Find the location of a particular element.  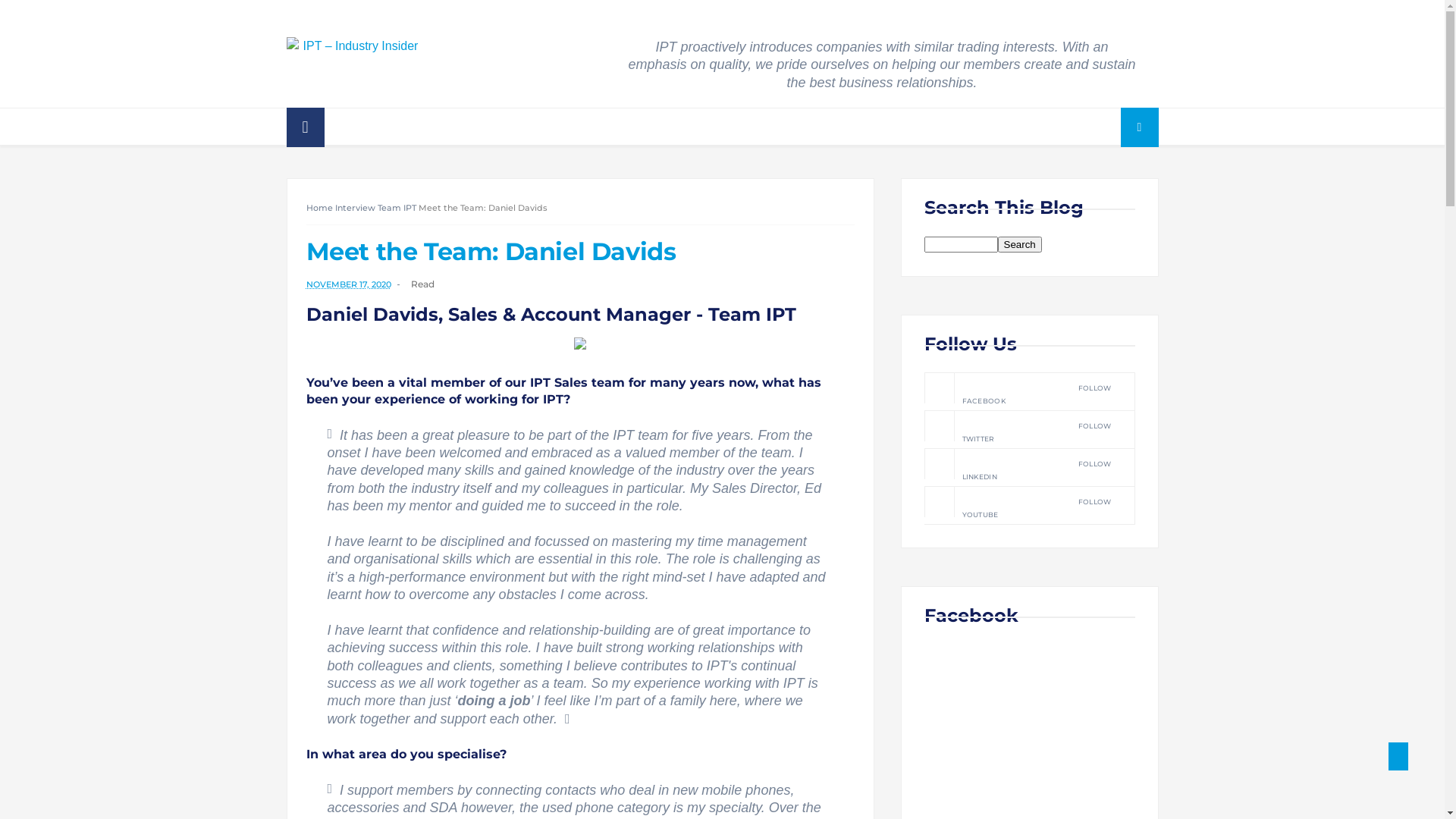

'search' is located at coordinates (1019, 243).